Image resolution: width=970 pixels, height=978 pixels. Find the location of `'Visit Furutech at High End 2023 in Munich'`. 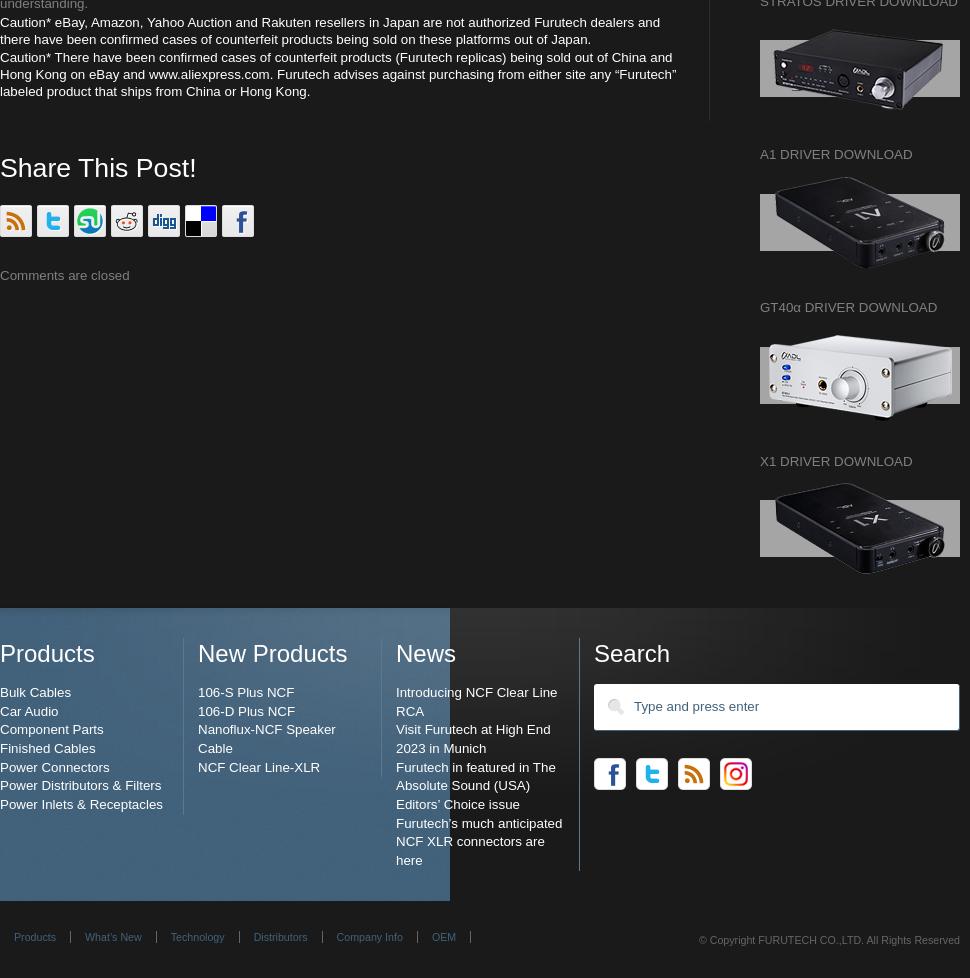

'Visit Furutech at High End 2023 in Munich' is located at coordinates (471, 737).